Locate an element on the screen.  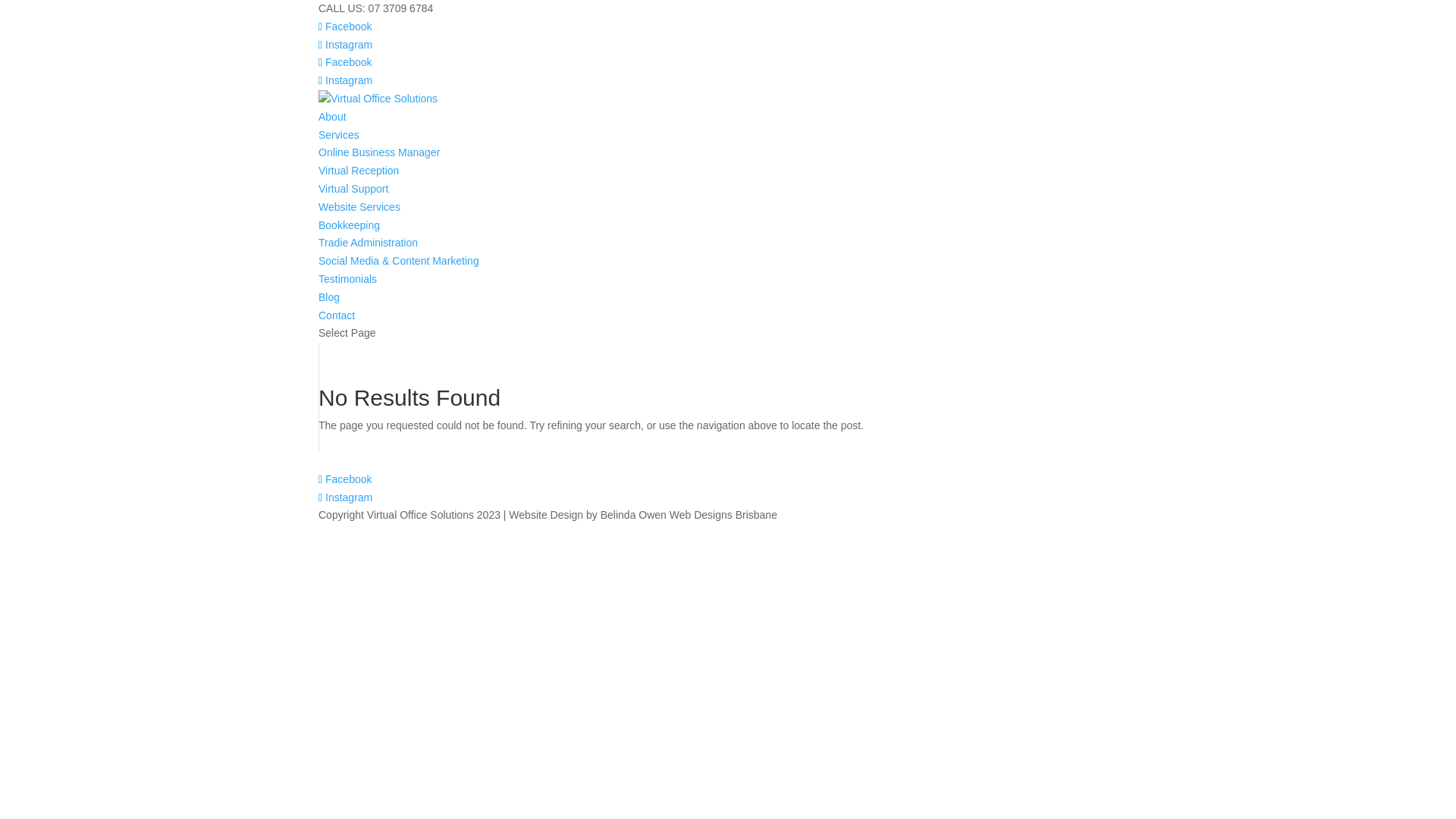
'Online Business Manager' is located at coordinates (378, 152).